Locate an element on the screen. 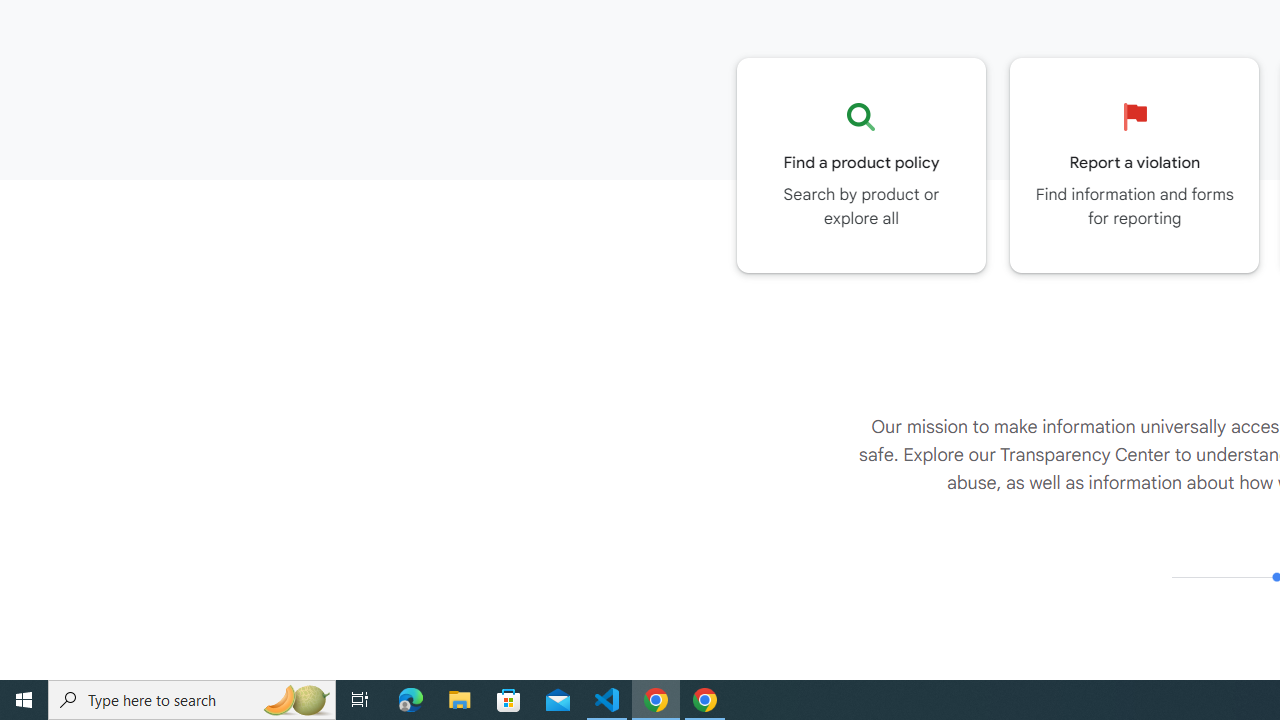 Image resolution: width=1280 pixels, height=720 pixels. 'Go to the Reporting and appeals page' is located at coordinates (1134, 164).